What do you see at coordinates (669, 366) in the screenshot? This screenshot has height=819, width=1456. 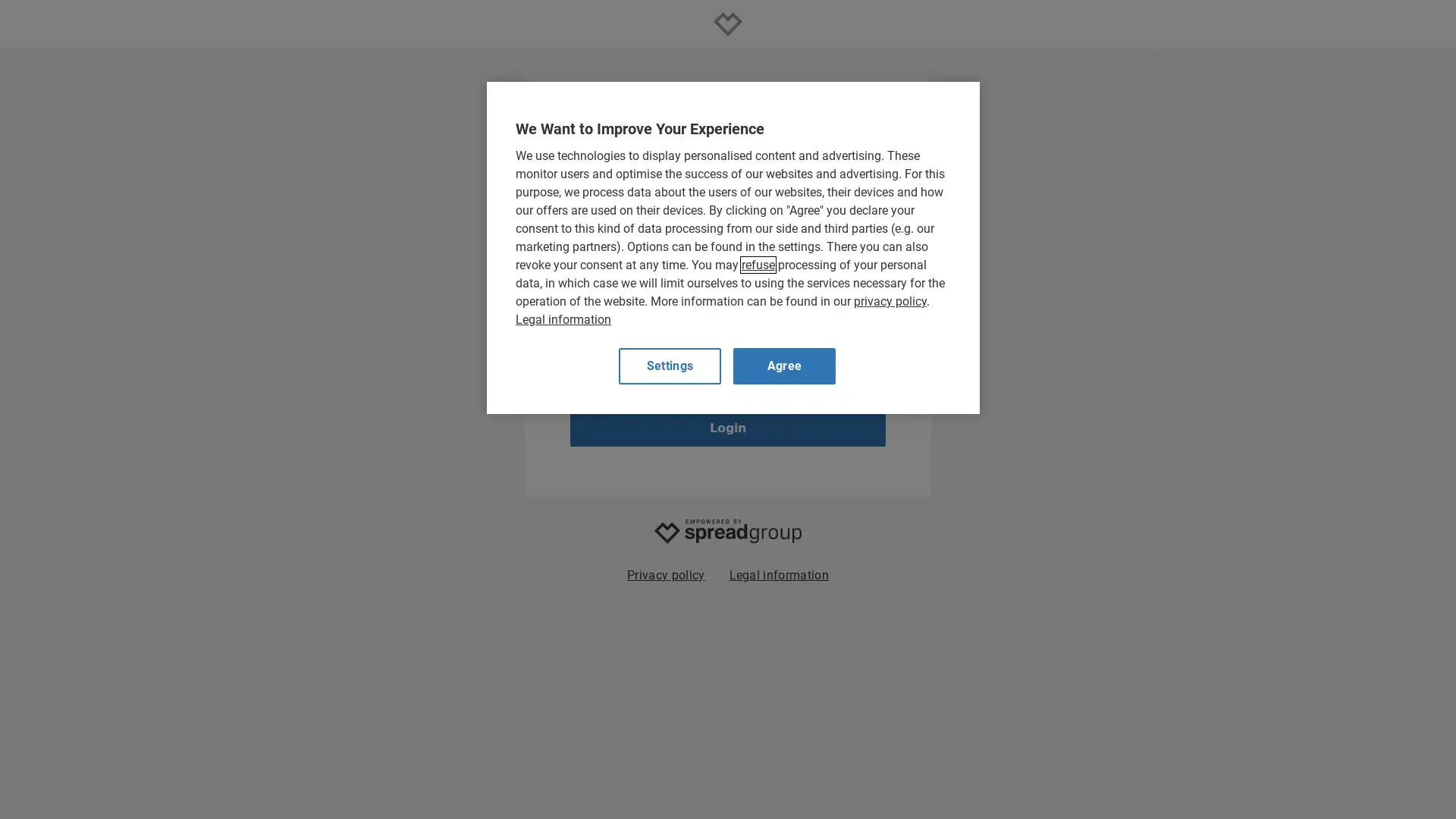 I see `Settings` at bounding box center [669, 366].